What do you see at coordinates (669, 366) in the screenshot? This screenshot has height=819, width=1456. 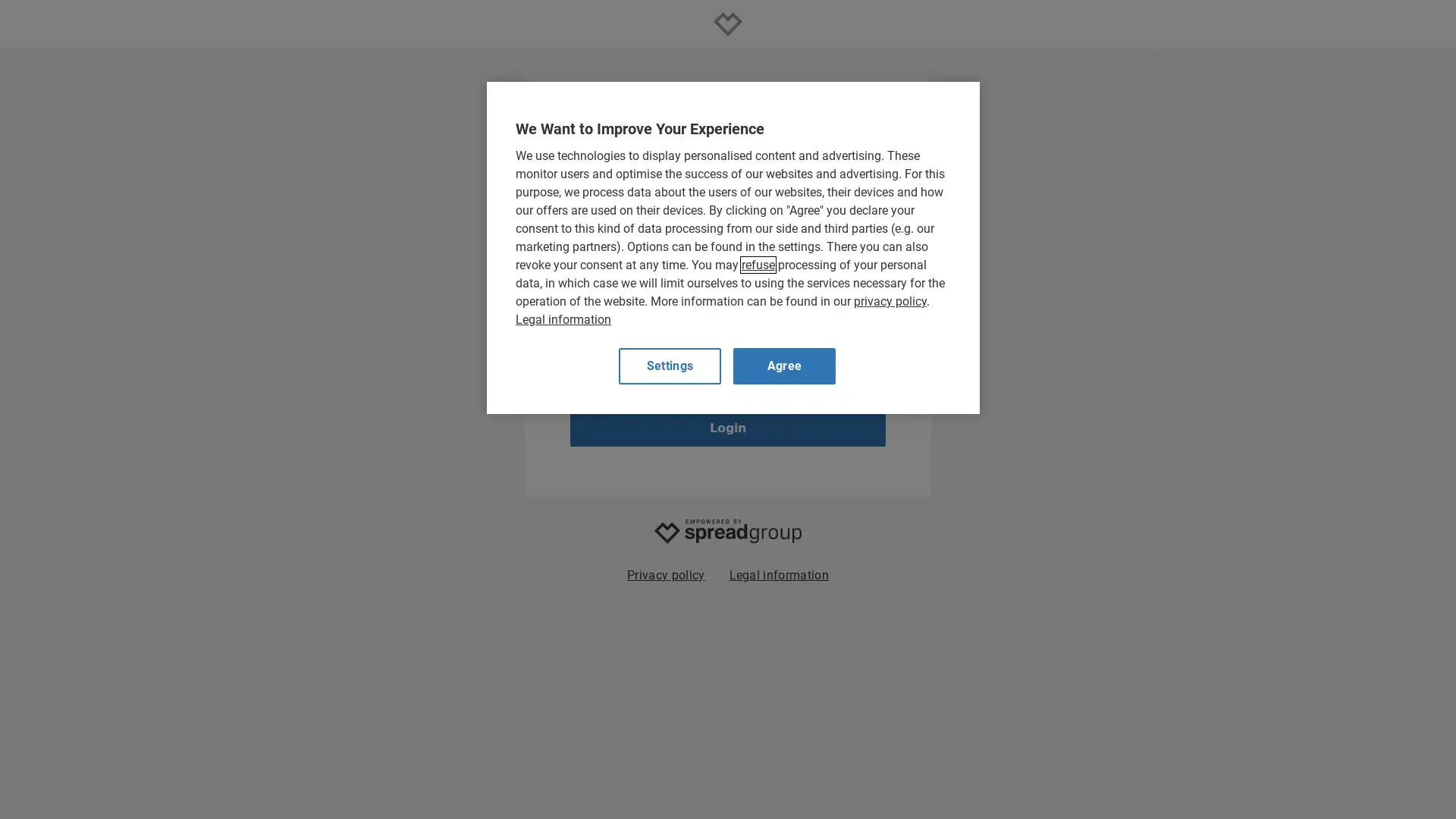 I see `Settings` at bounding box center [669, 366].